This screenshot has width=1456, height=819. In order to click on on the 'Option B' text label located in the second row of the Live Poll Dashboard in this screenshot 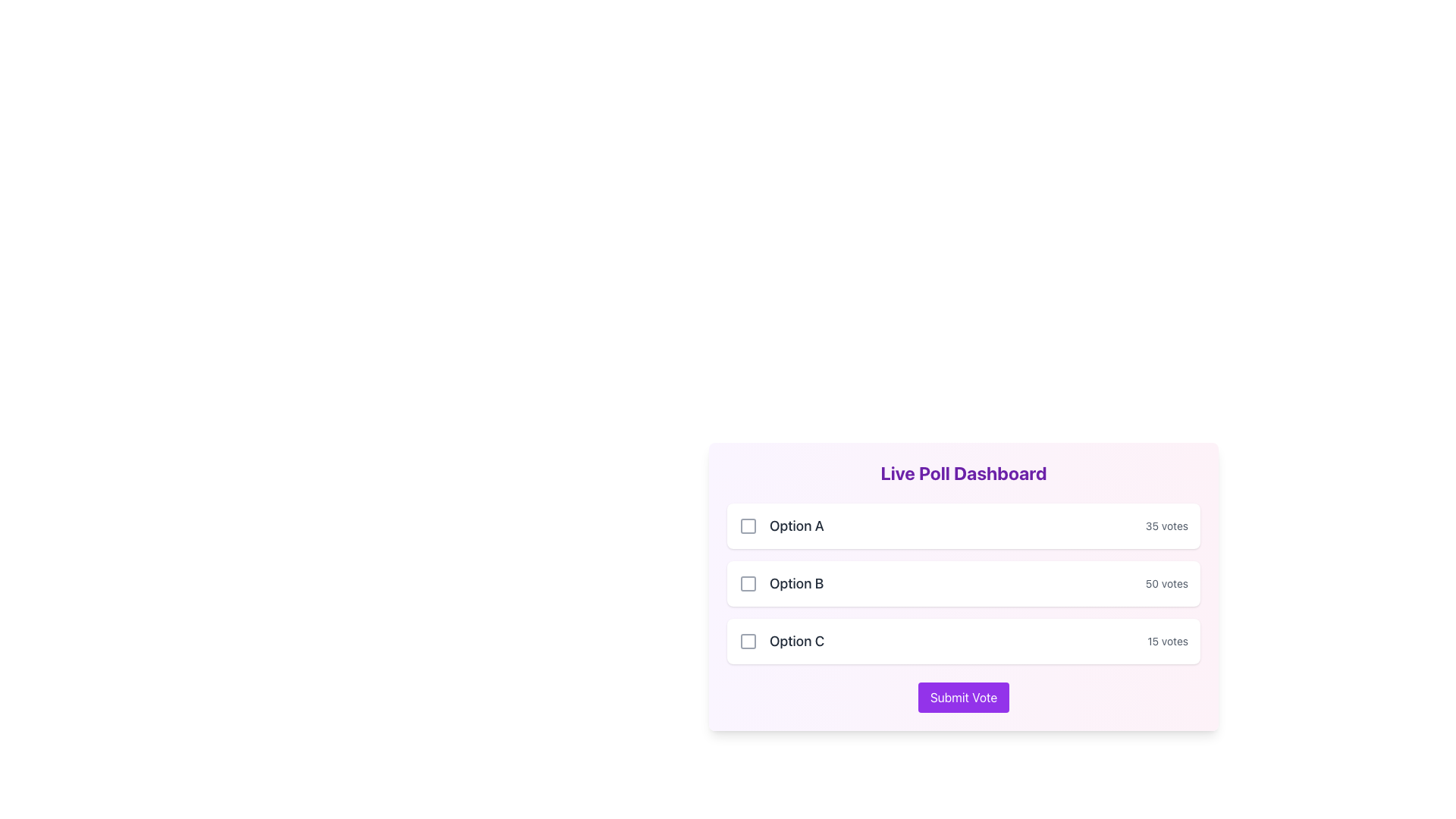, I will do `click(795, 583)`.